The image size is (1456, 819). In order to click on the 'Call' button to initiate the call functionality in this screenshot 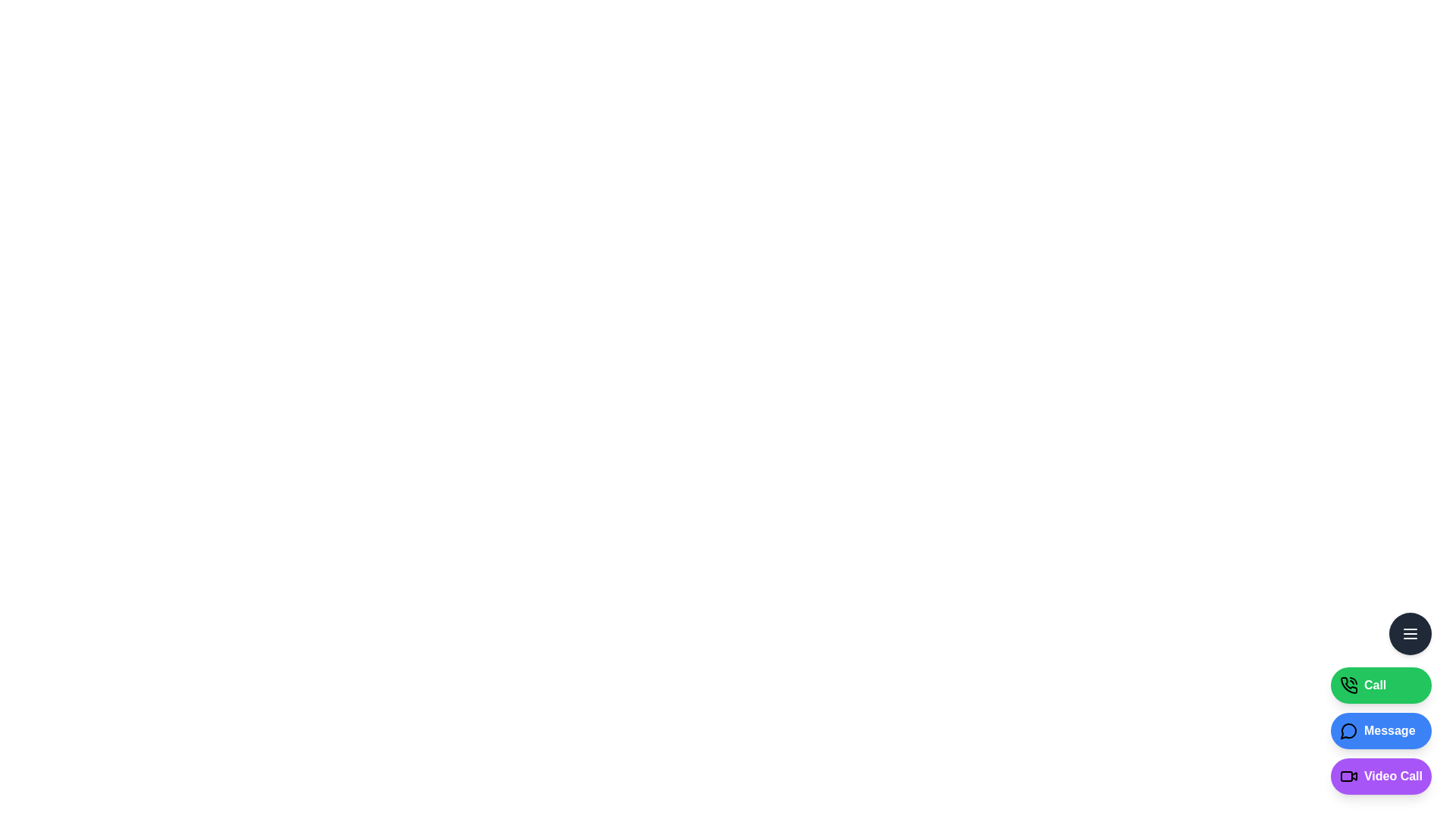, I will do `click(1380, 685)`.